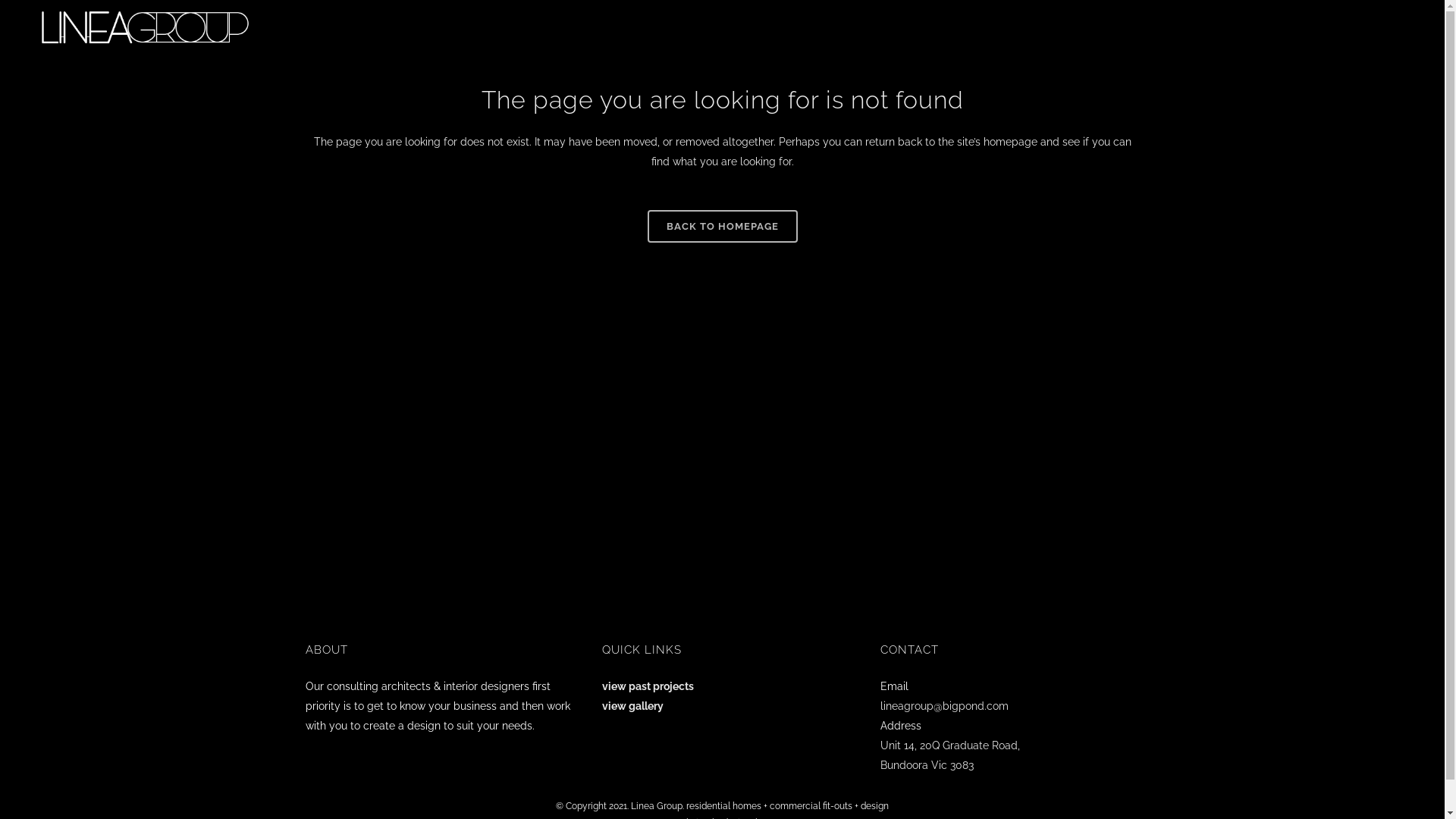 The height and width of the screenshot is (819, 1456). What do you see at coordinates (943, 705) in the screenshot?
I see `'lineagroup@bigpond.com'` at bounding box center [943, 705].